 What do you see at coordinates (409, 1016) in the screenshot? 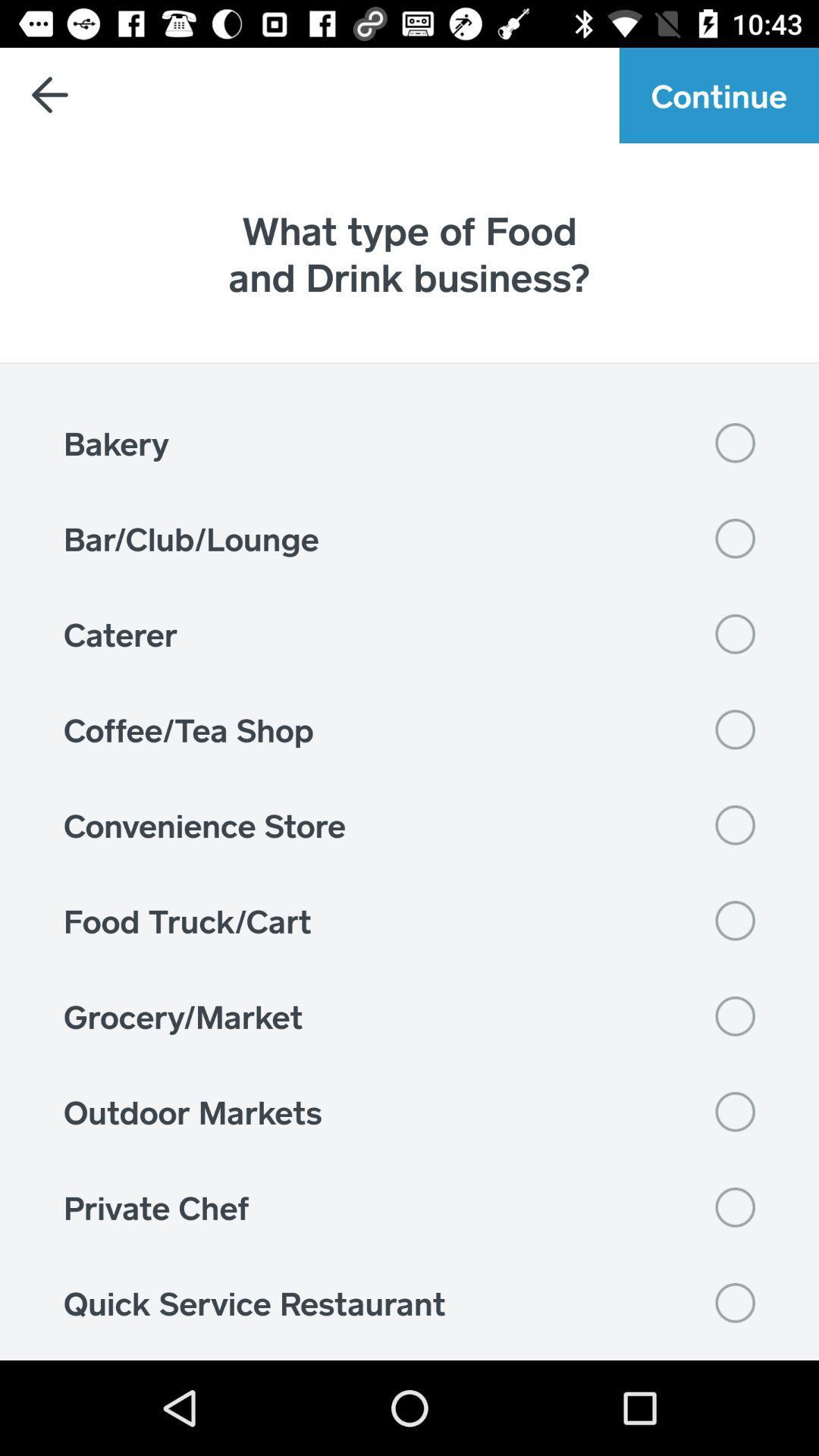
I see `the icon above the outdoor markets item` at bounding box center [409, 1016].